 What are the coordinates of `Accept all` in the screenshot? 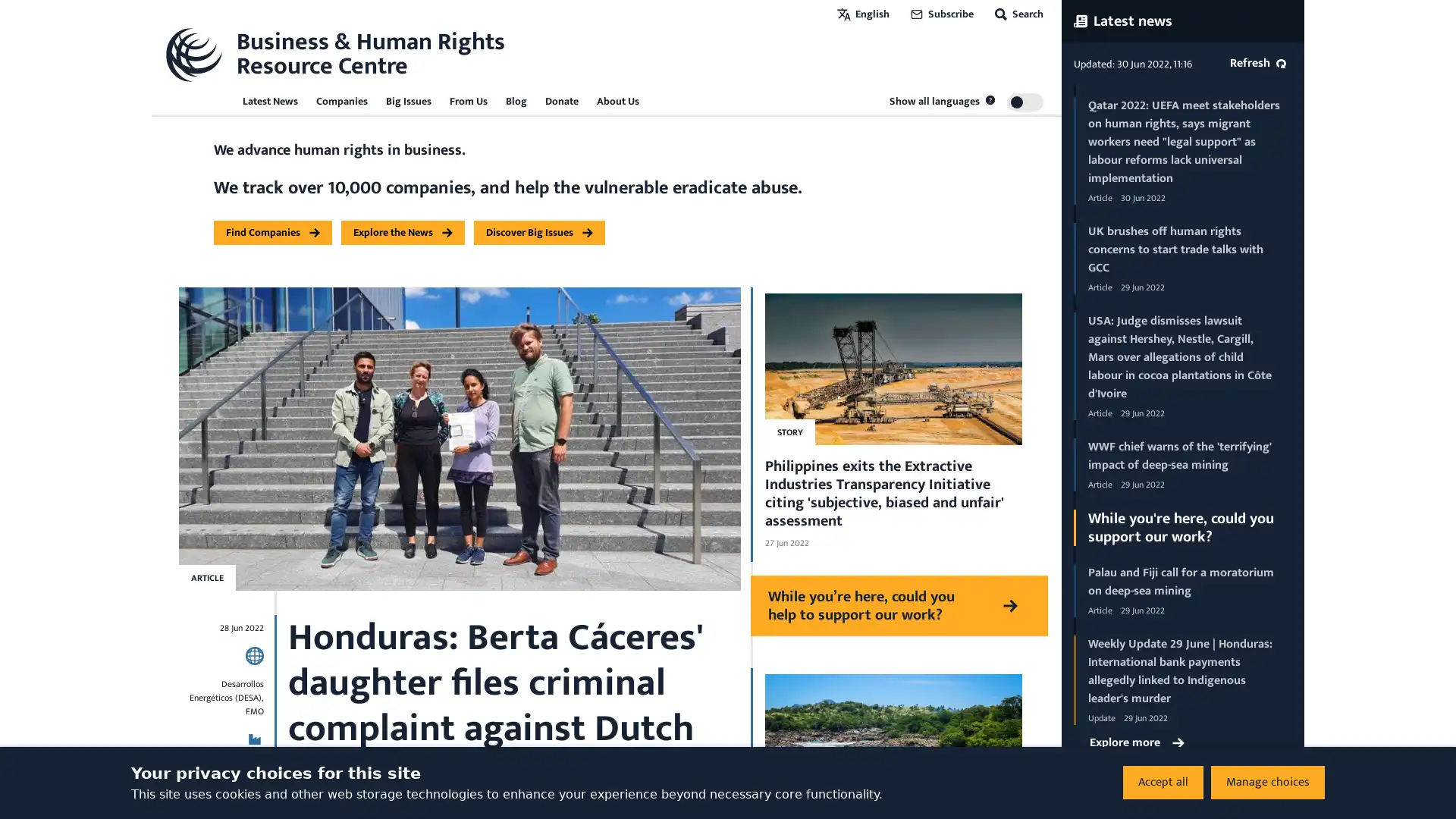 It's located at (1161, 783).